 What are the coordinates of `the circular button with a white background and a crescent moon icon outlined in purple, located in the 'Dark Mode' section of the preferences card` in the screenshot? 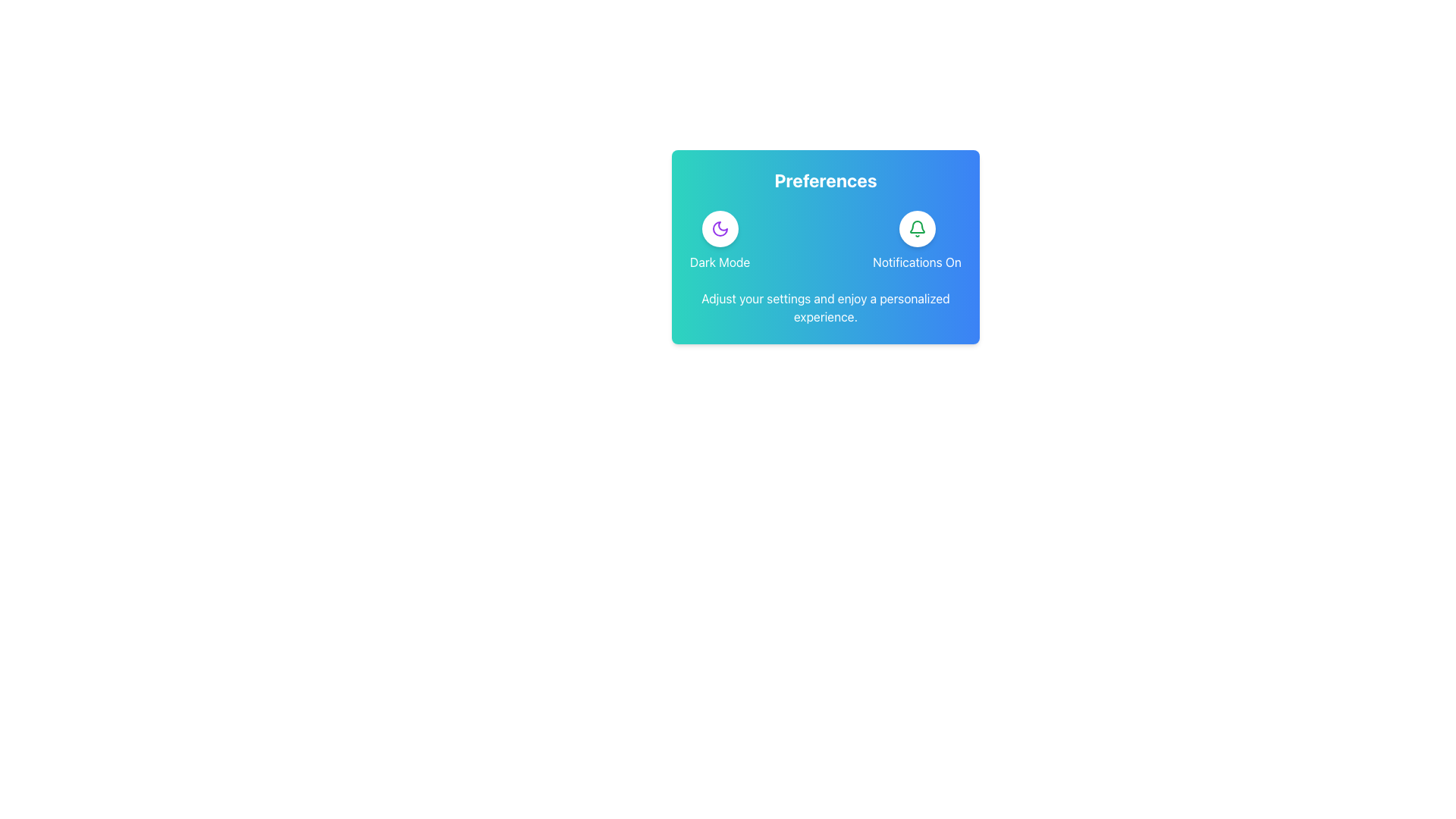 It's located at (719, 228).